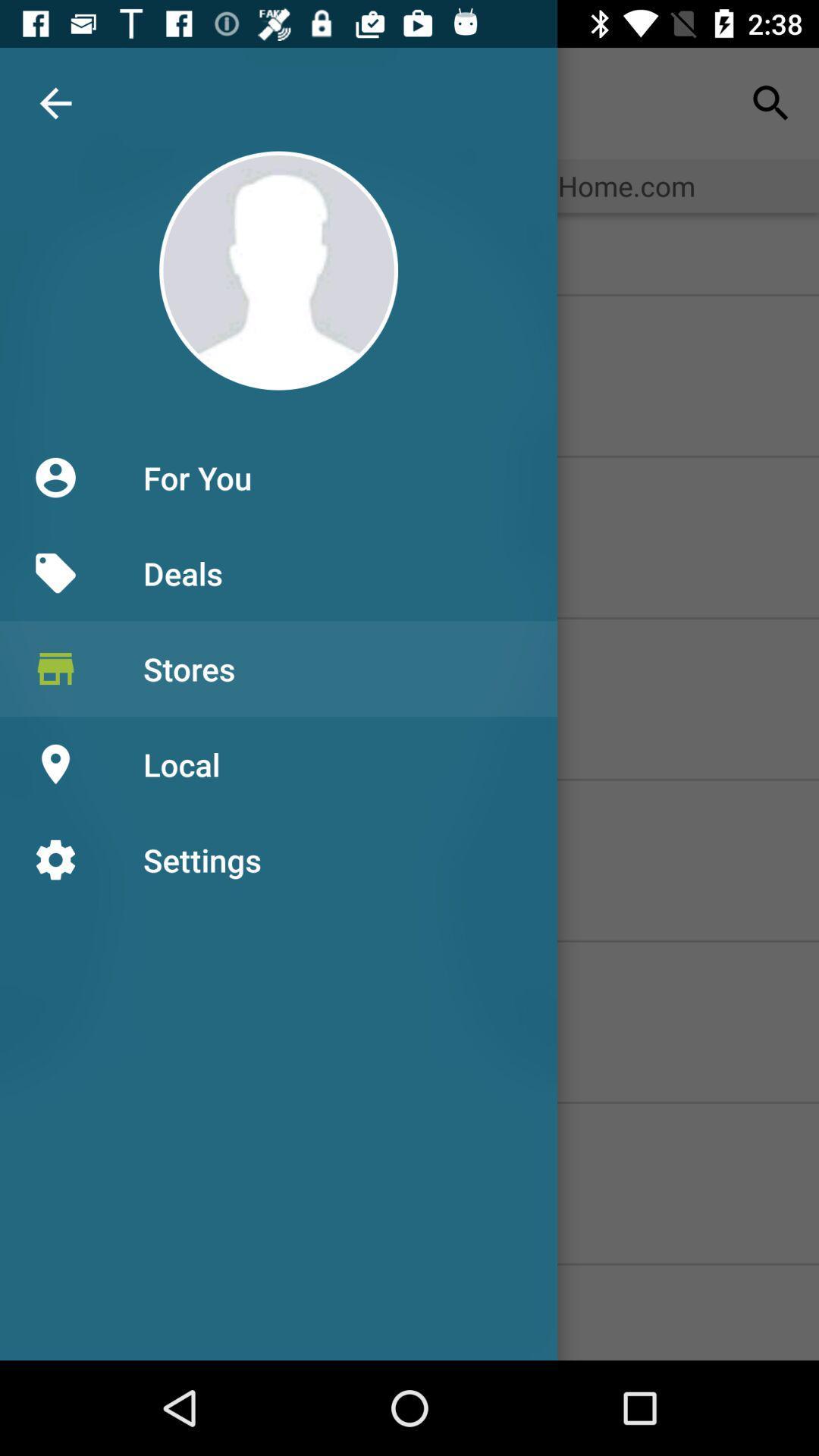 The image size is (819, 1456). What do you see at coordinates (278, 271) in the screenshot?
I see `the profile image` at bounding box center [278, 271].